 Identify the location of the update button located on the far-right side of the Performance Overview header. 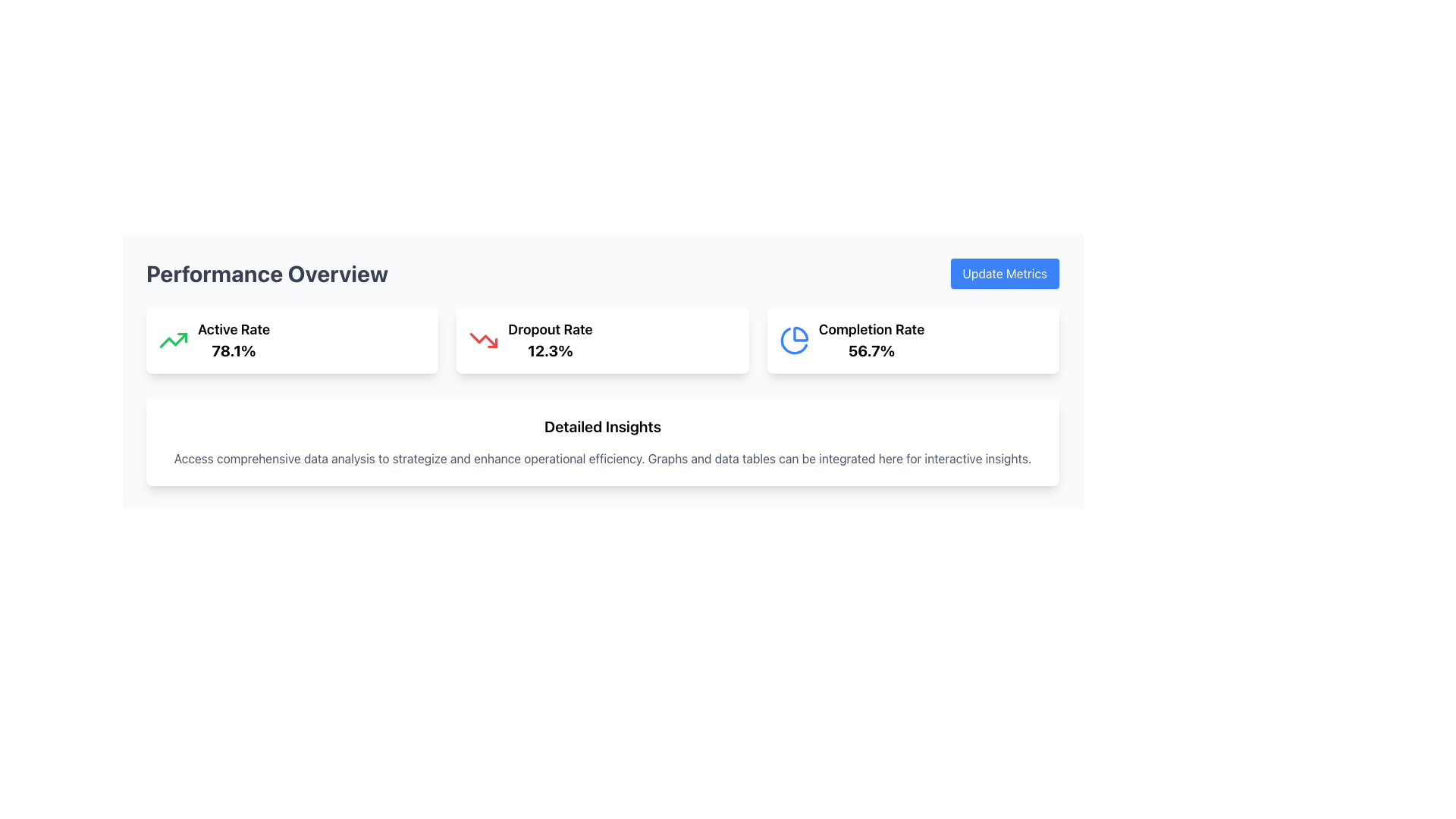
(1005, 274).